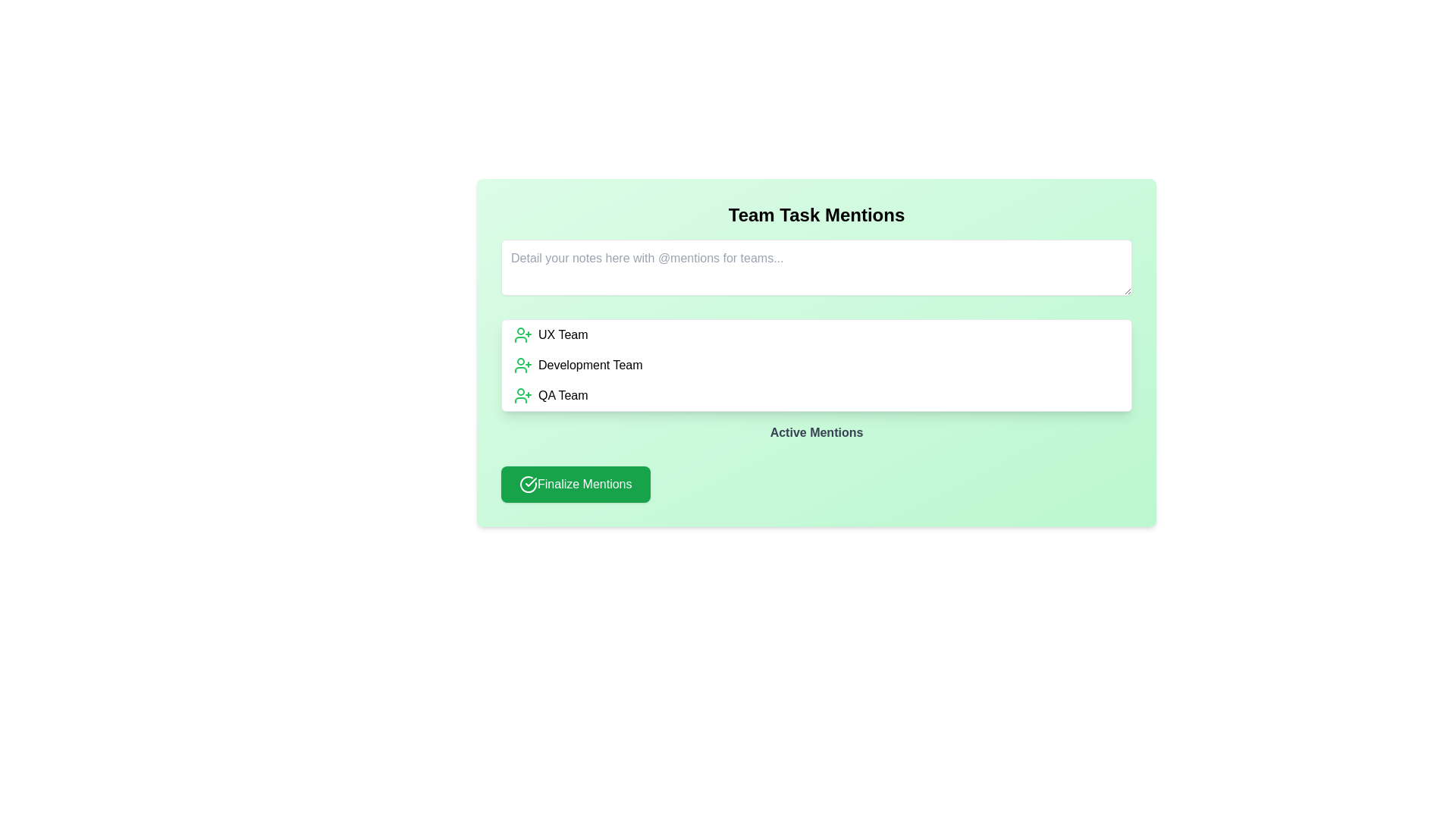 Image resolution: width=1456 pixels, height=819 pixels. Describe the element at coordinates (815, 435) in the screenshot. I see `the Text label that serves as a title for the mentions section, located below the list of team mentions and above the 'Finalize Mentions' button` at that location.